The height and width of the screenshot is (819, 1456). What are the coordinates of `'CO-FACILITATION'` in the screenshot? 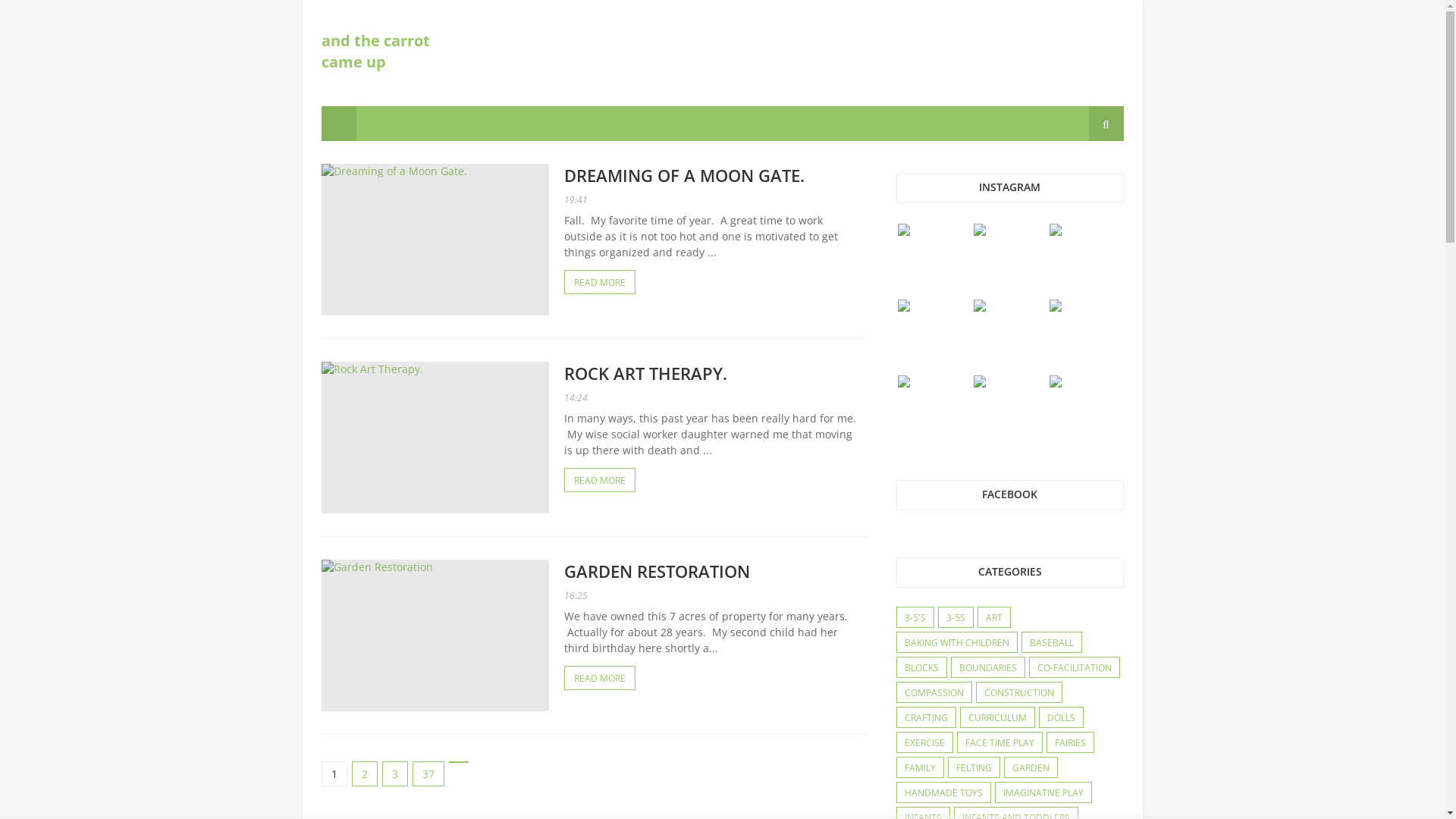 It's located at (1073, 667).